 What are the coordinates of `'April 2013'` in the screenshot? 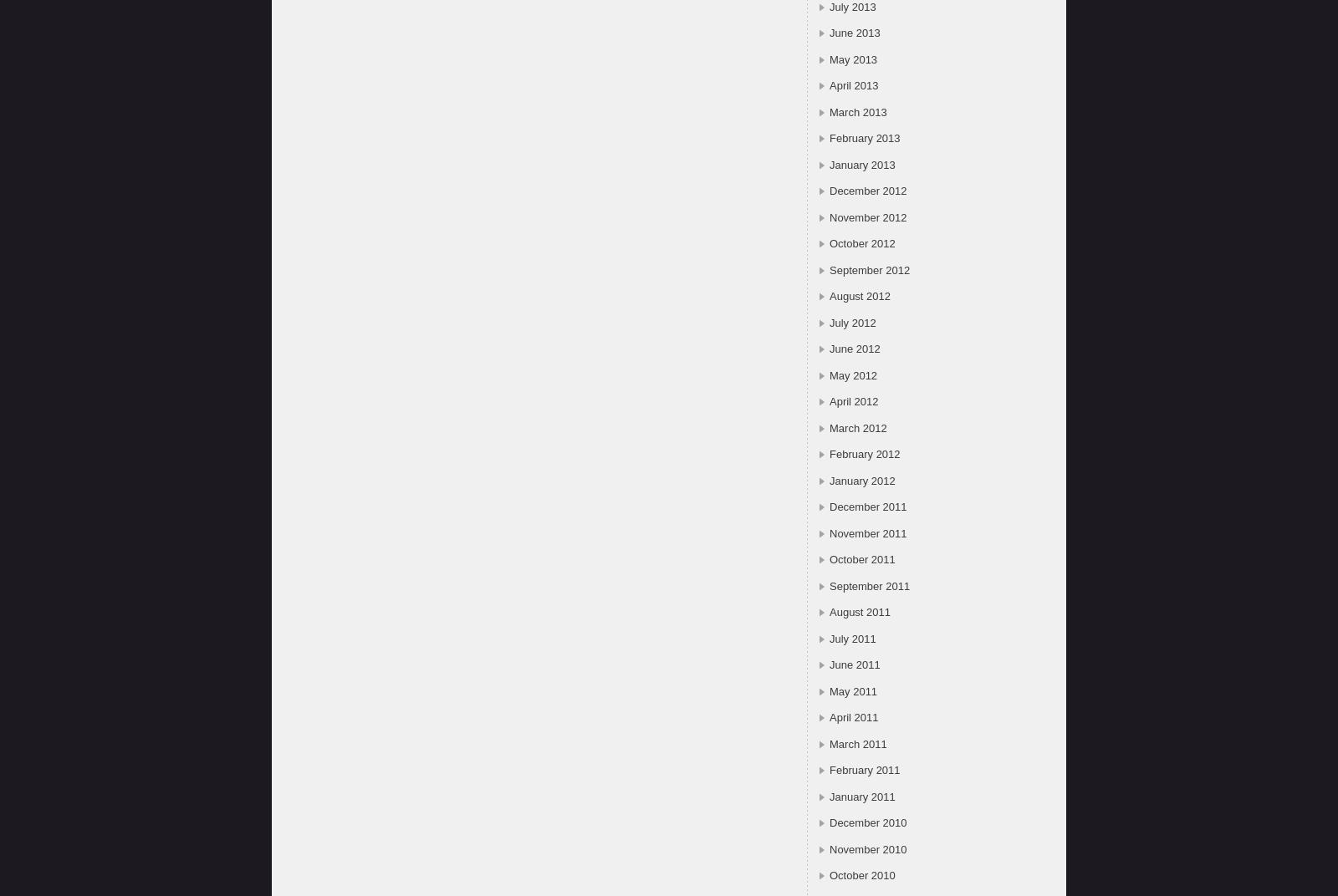 It's located at (853, 85).